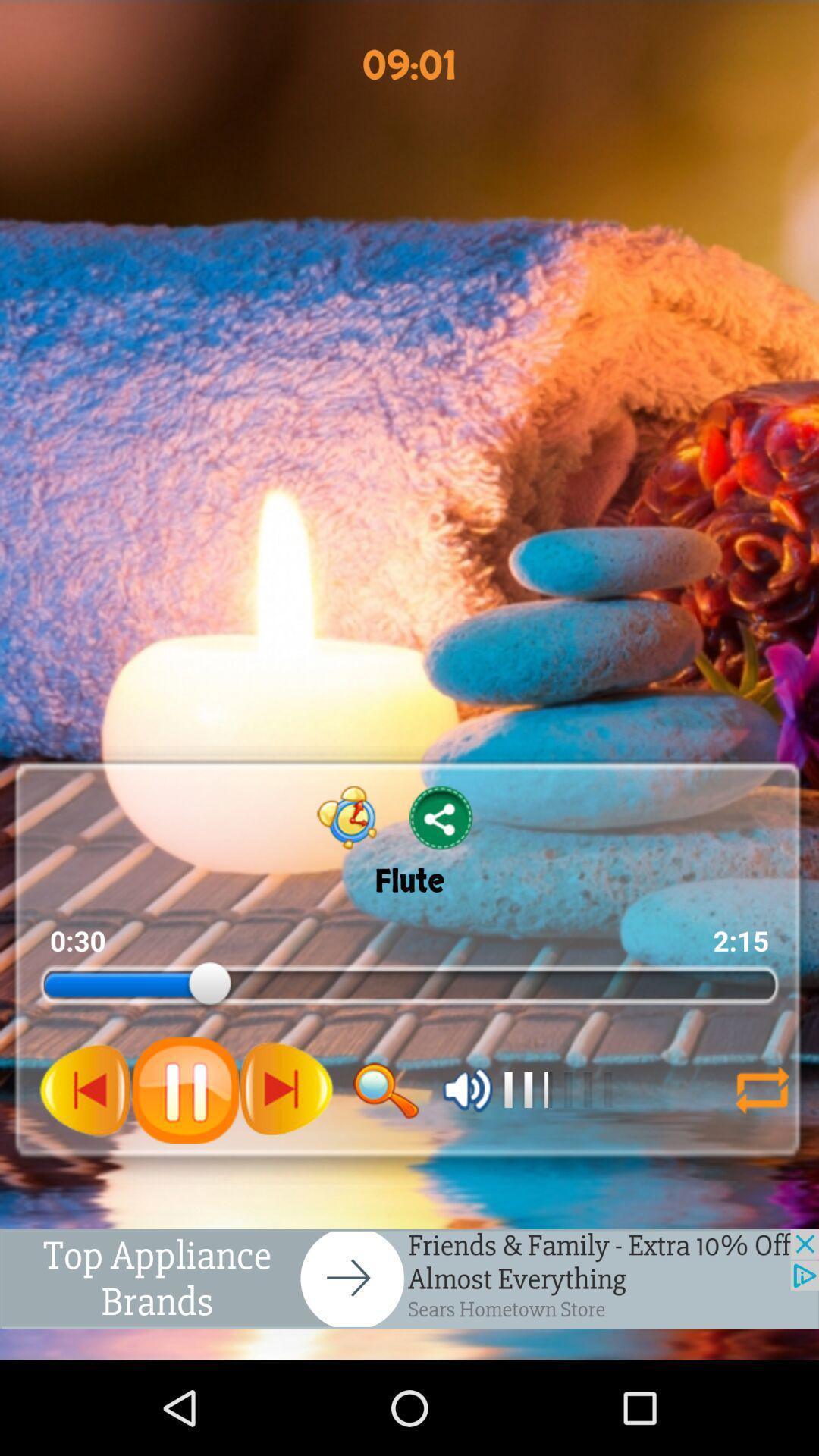  Describe the element at coordinates (441, 817) in the screenshot. I see `share the content` at that location.